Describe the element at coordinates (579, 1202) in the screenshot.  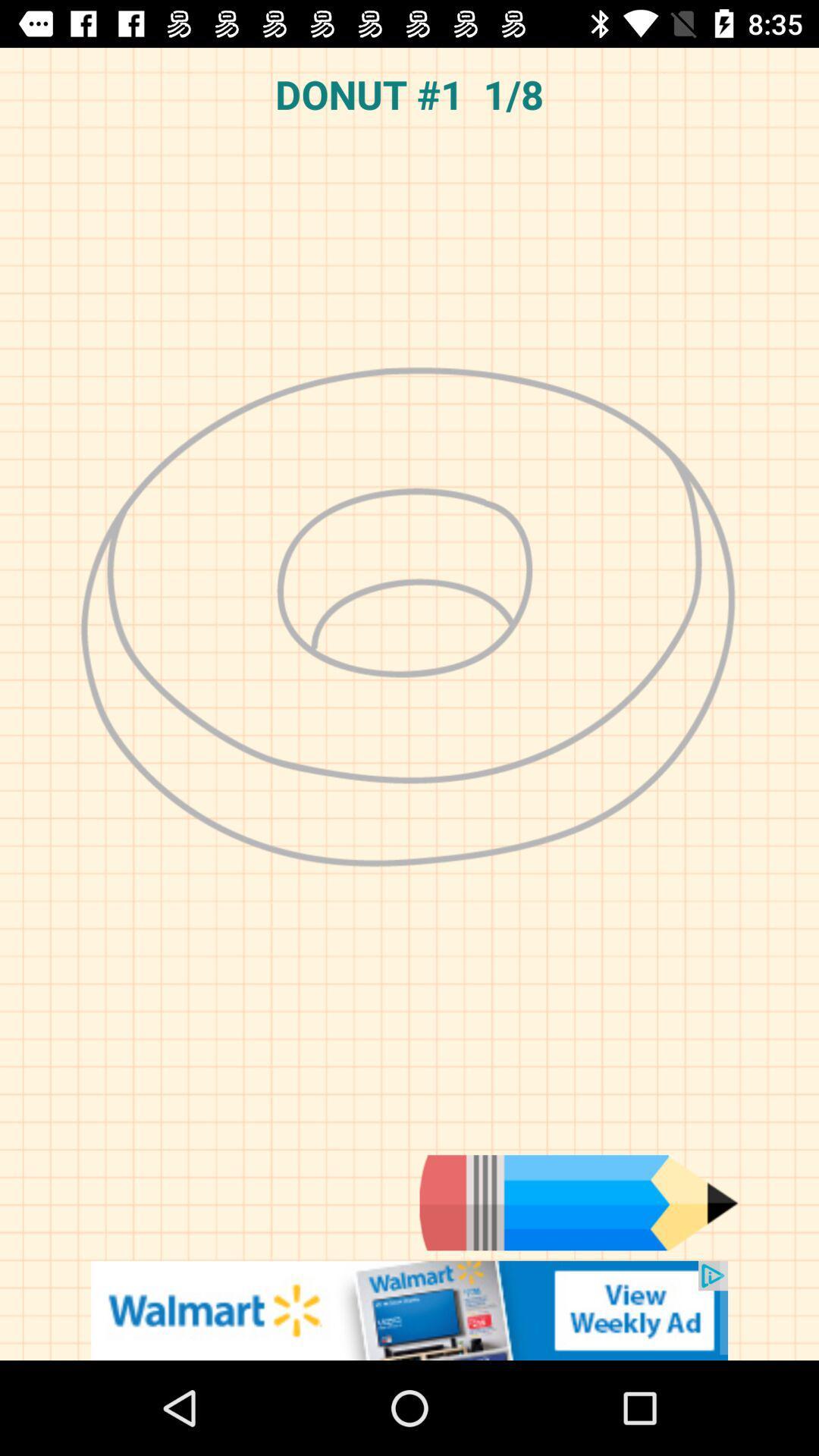
I see `draw` at that location.